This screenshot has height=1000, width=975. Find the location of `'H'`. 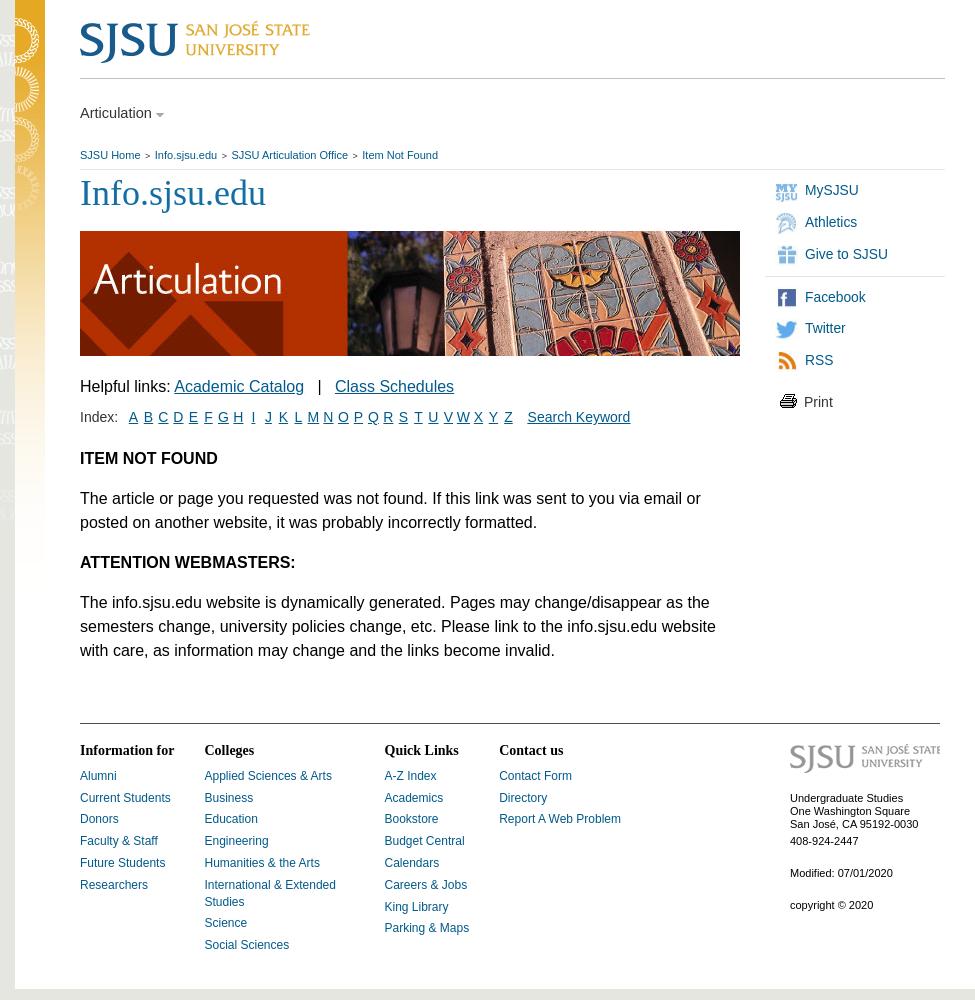

'H' is located at coordinates (237, 417).